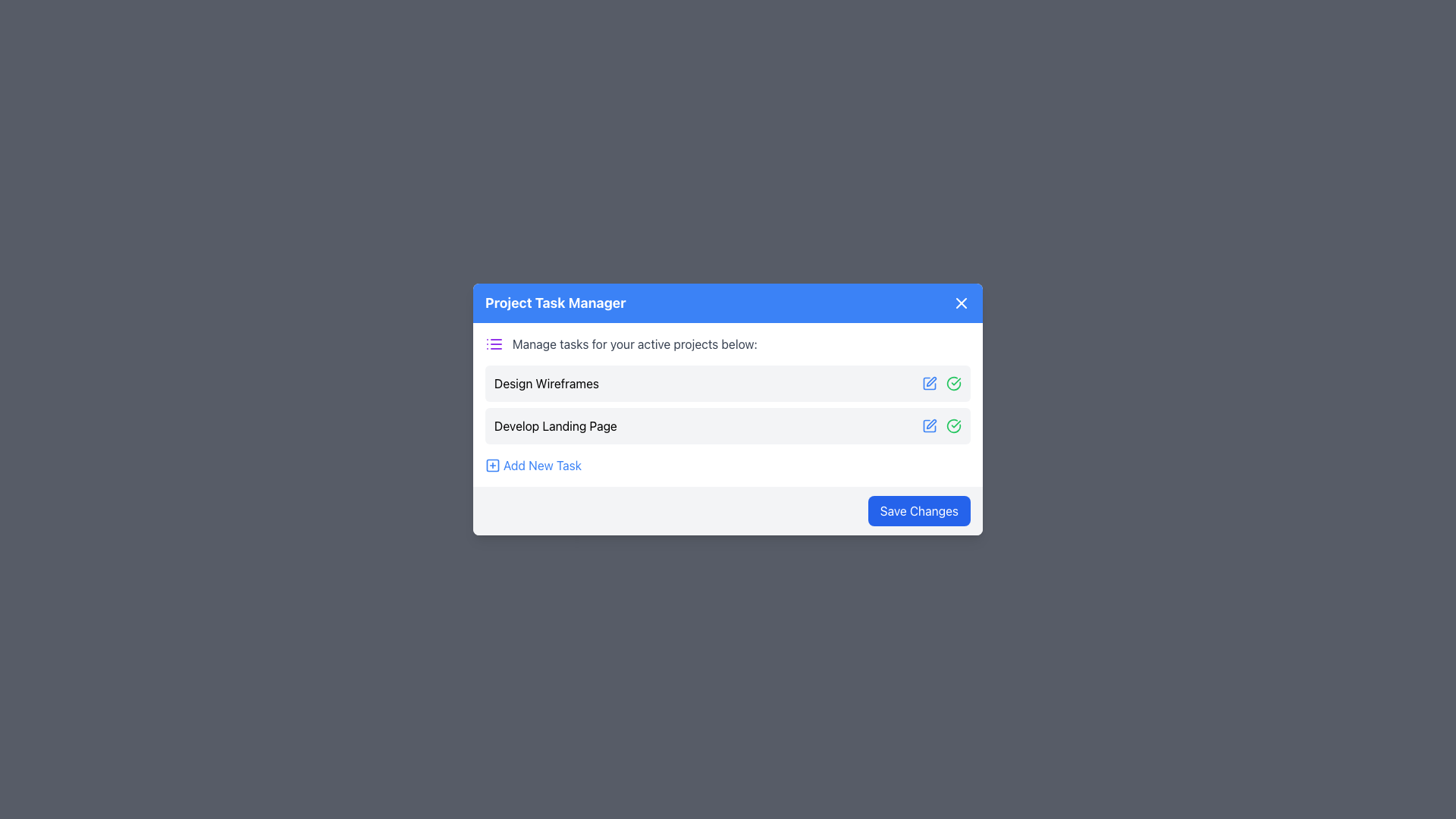  Describe the element at coordinates (492, 464) in the screenshot. I see `the background rectangle of the SVG icon located to the right of the task name in the task list` at that location.